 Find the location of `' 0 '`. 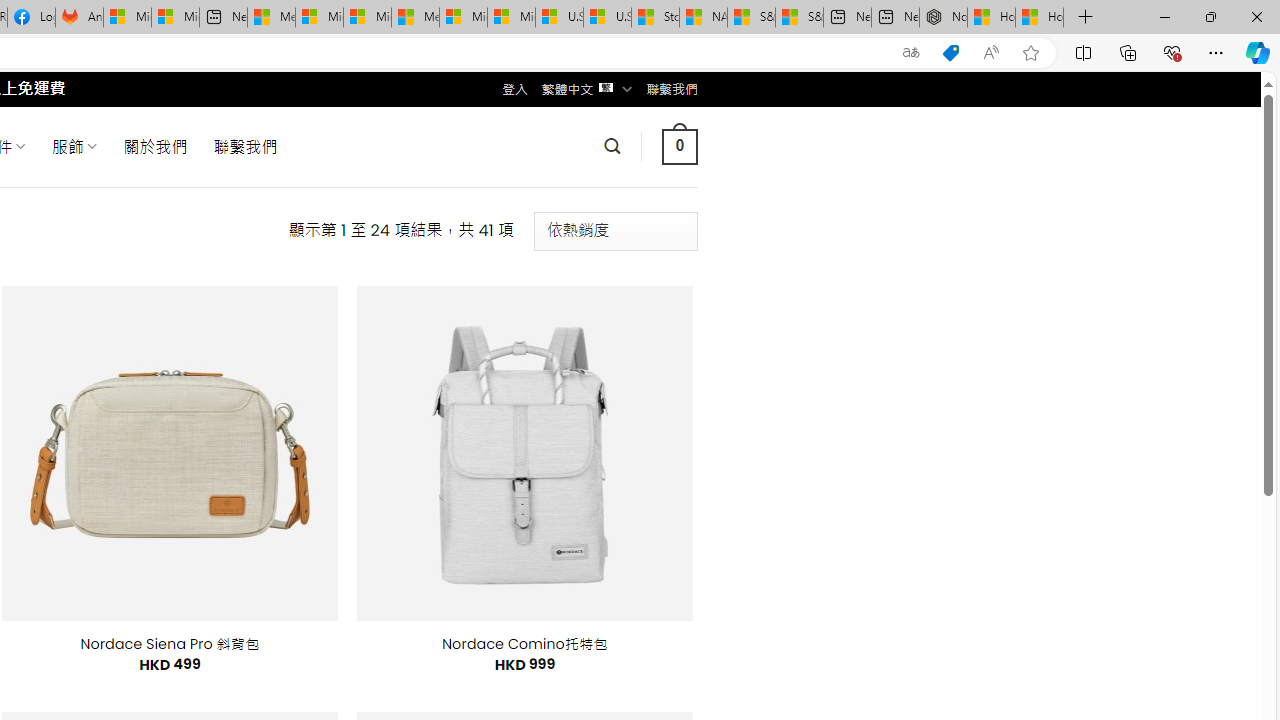

' 0 ' is located at coordinates (679, 145).